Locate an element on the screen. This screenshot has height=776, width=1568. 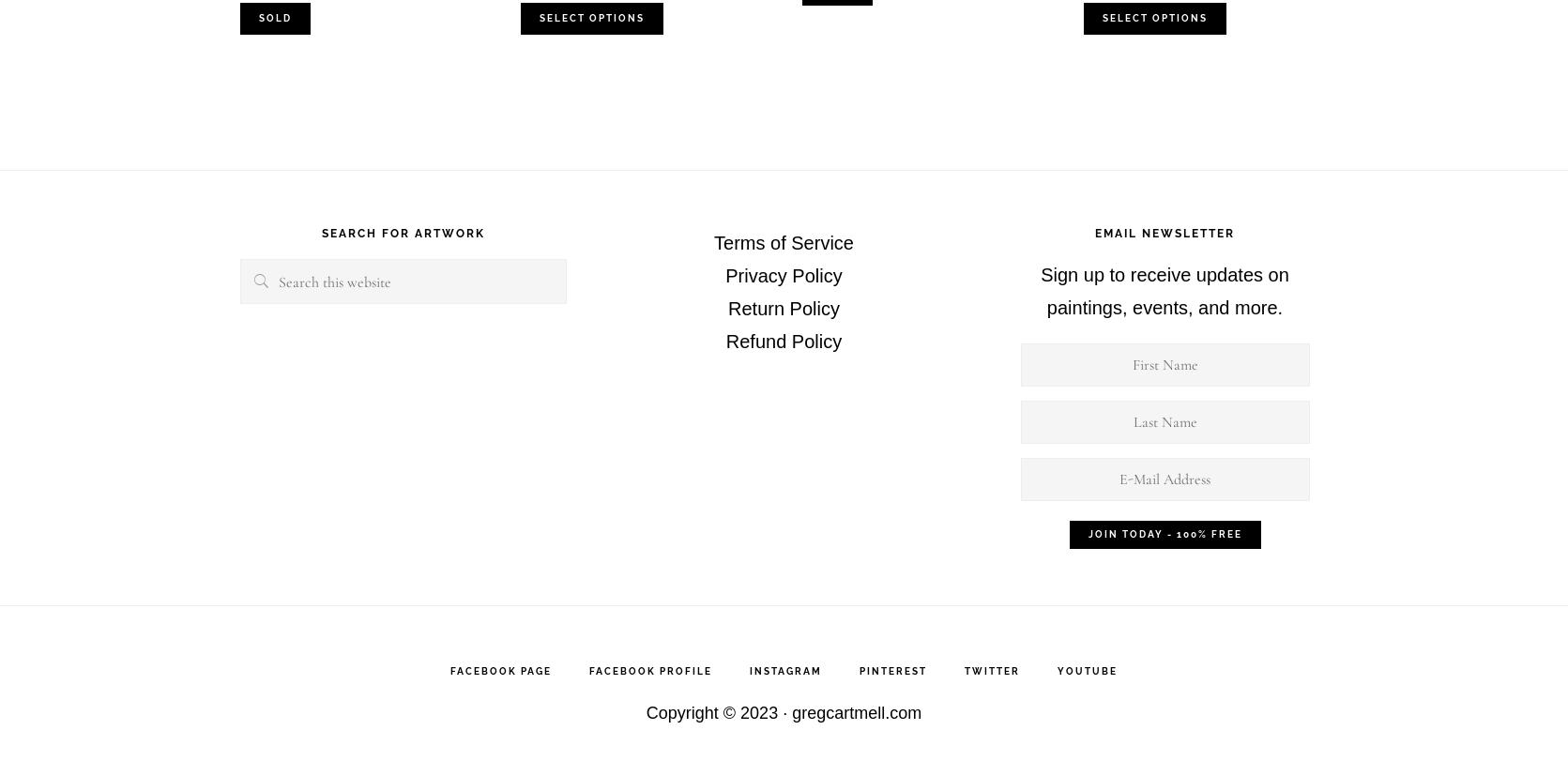
'YouTube' is located at coordinates (1088, 671).